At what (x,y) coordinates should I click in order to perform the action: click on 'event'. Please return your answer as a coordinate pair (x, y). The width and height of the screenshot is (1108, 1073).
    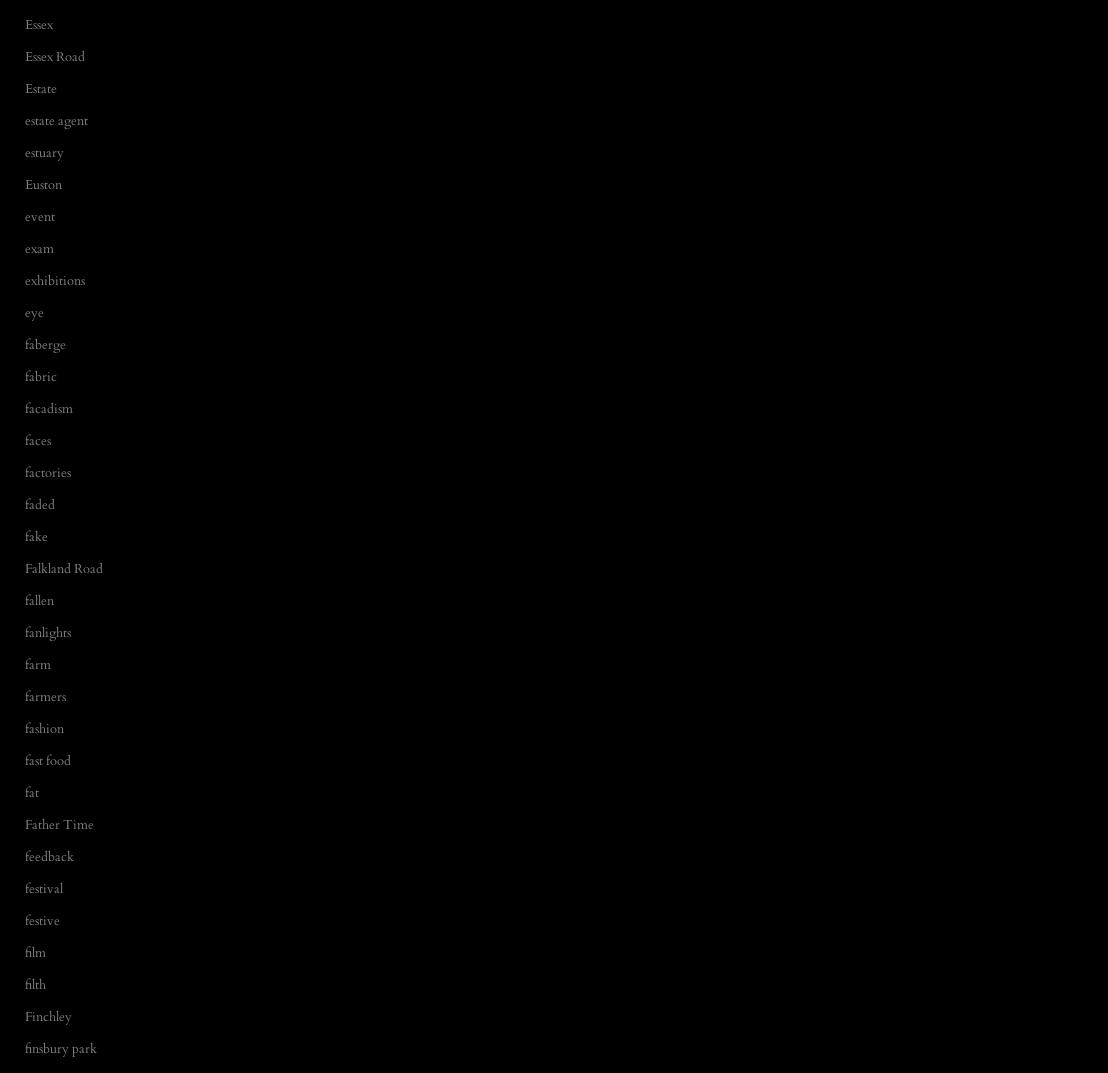
    Looking at the image, I should click on (39, 215).